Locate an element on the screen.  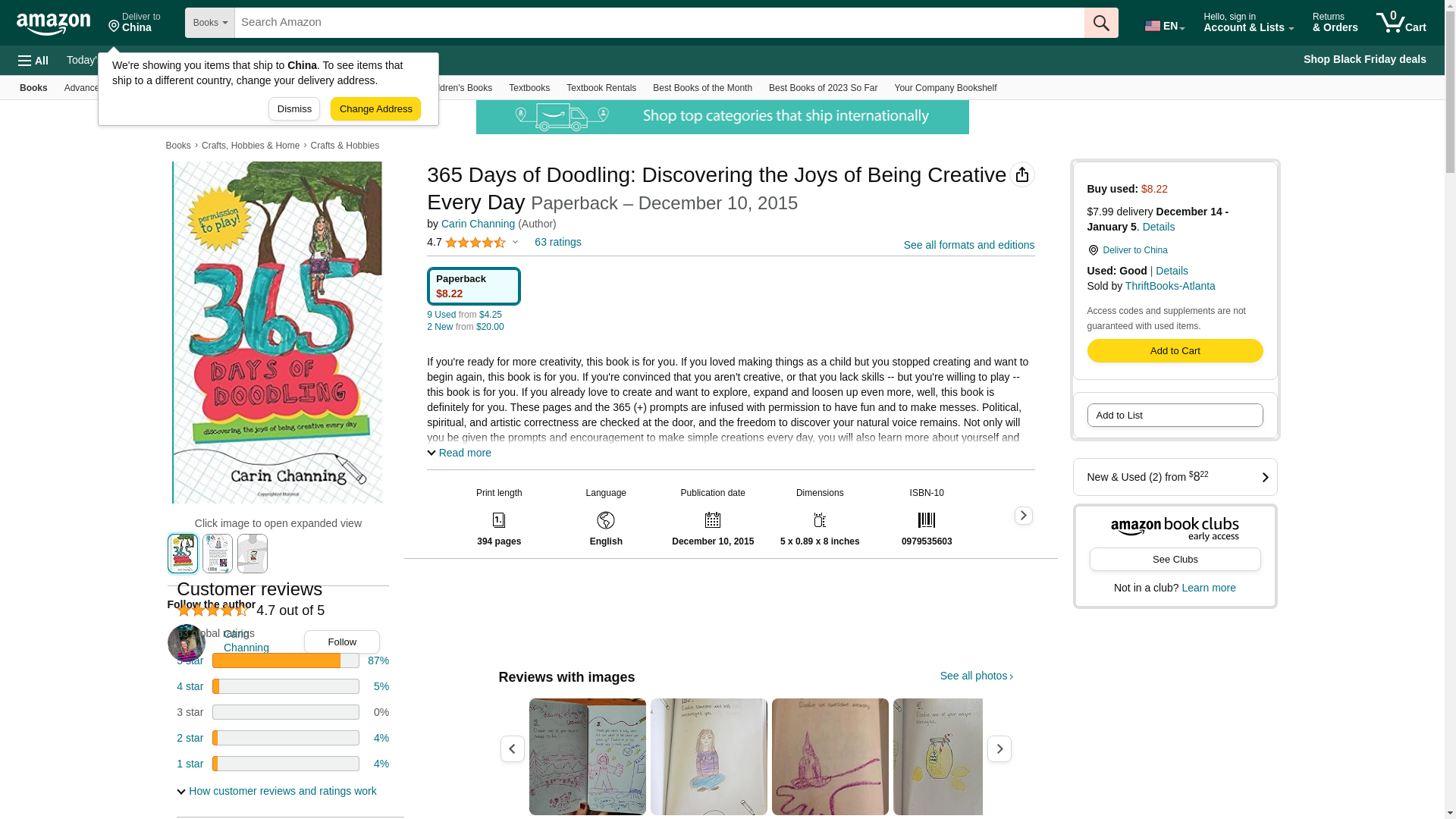
'Details' is located at coordinates (1171, 270).